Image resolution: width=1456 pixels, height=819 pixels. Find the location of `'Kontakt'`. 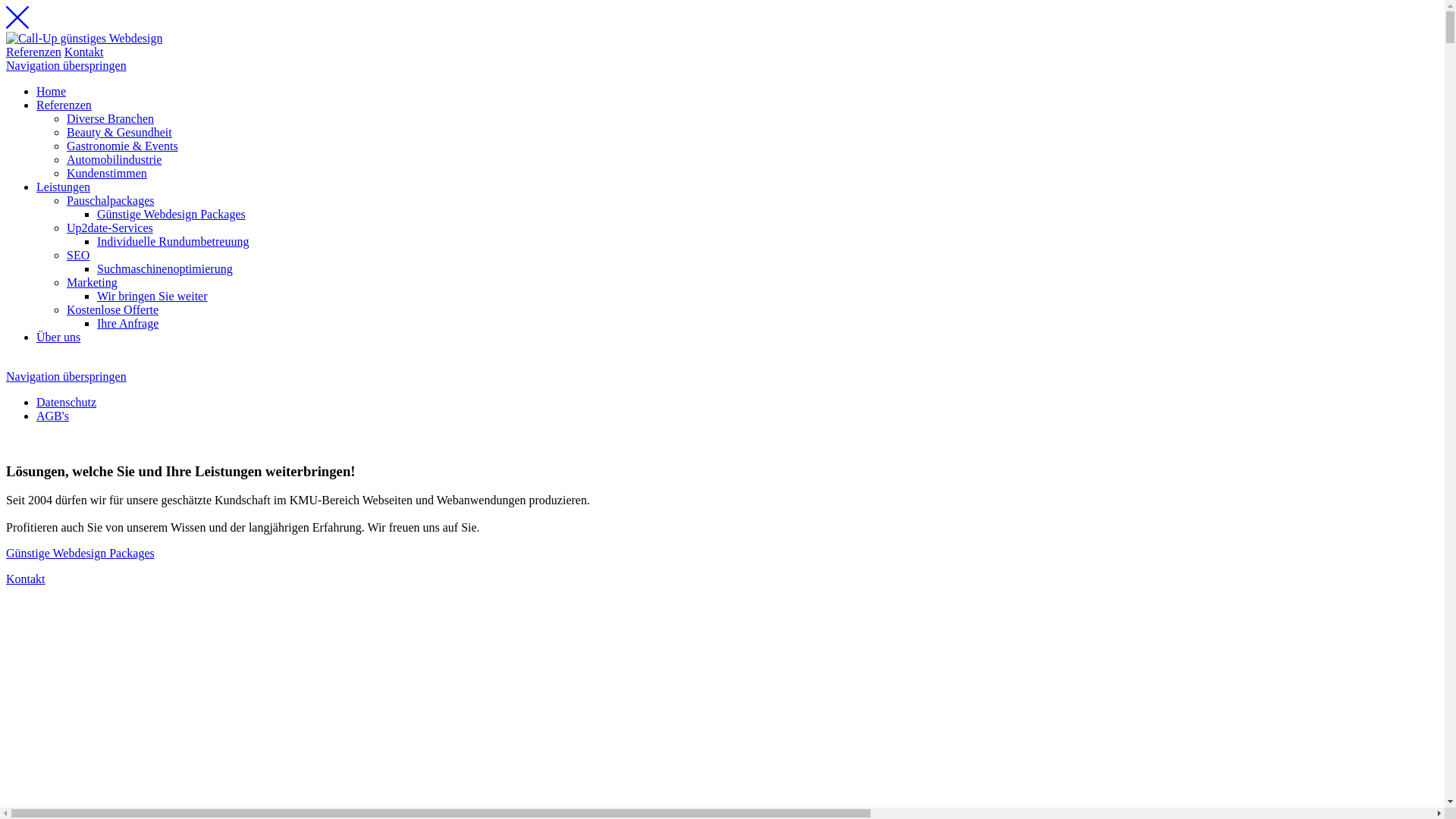

'Kontakt' is located at coordinates (25, 579).